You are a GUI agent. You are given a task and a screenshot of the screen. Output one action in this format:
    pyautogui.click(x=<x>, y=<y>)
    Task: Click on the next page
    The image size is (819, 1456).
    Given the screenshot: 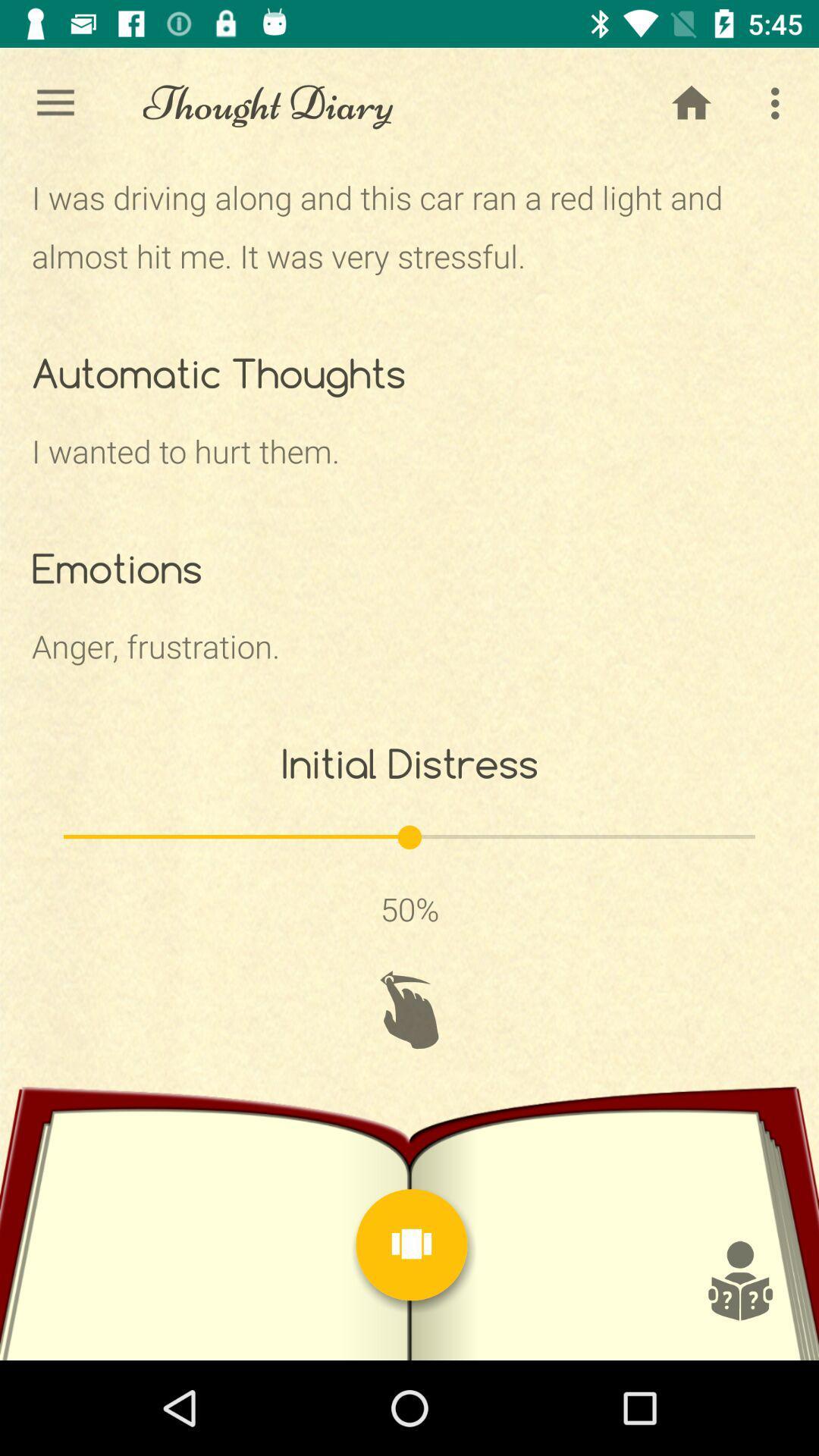 What is the action you would take?
    pyautogui.click(x=412, y=1244)
    